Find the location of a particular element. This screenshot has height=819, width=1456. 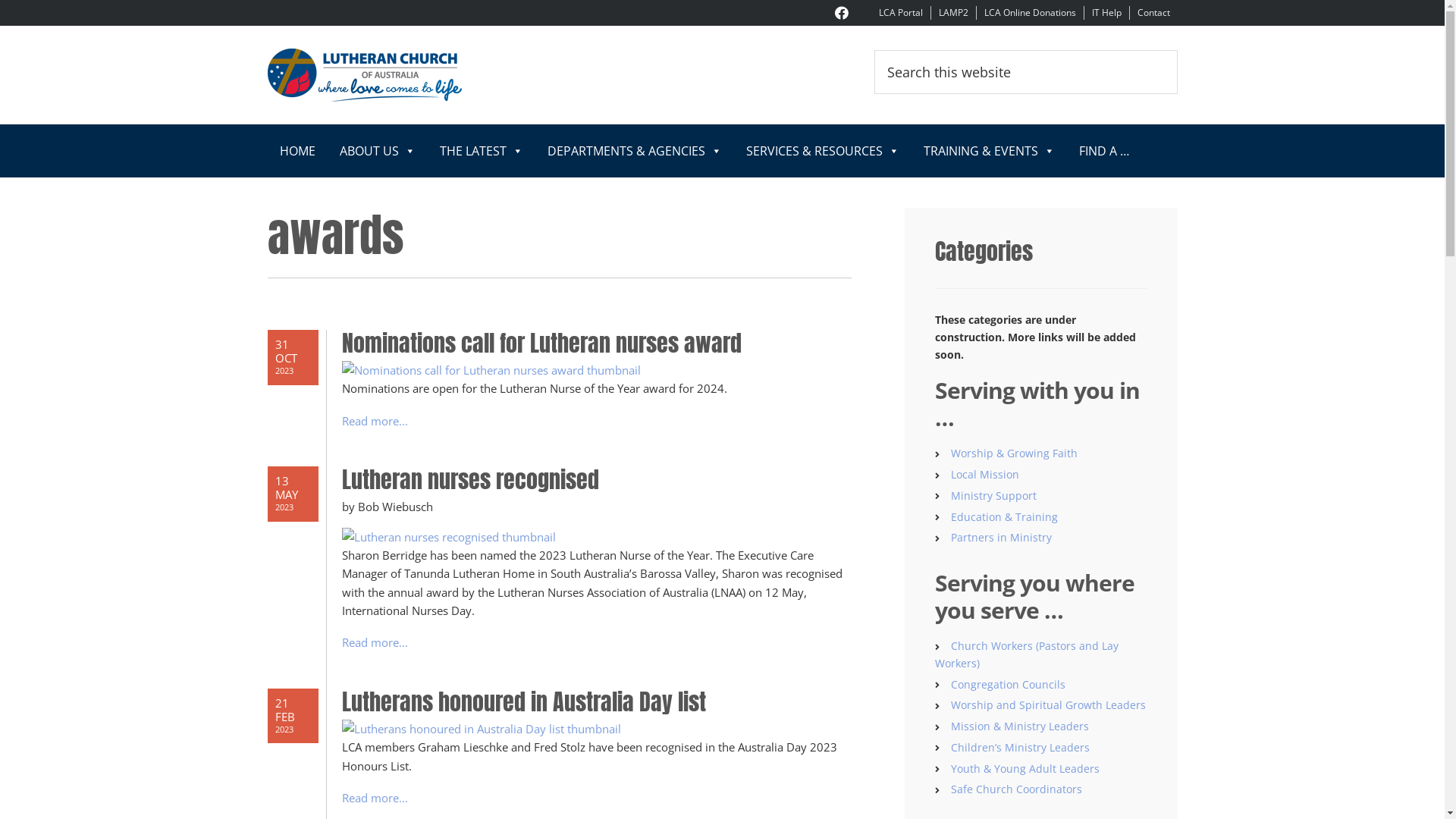

'LCA Online Donations' is located at coordinates (1030, 12).